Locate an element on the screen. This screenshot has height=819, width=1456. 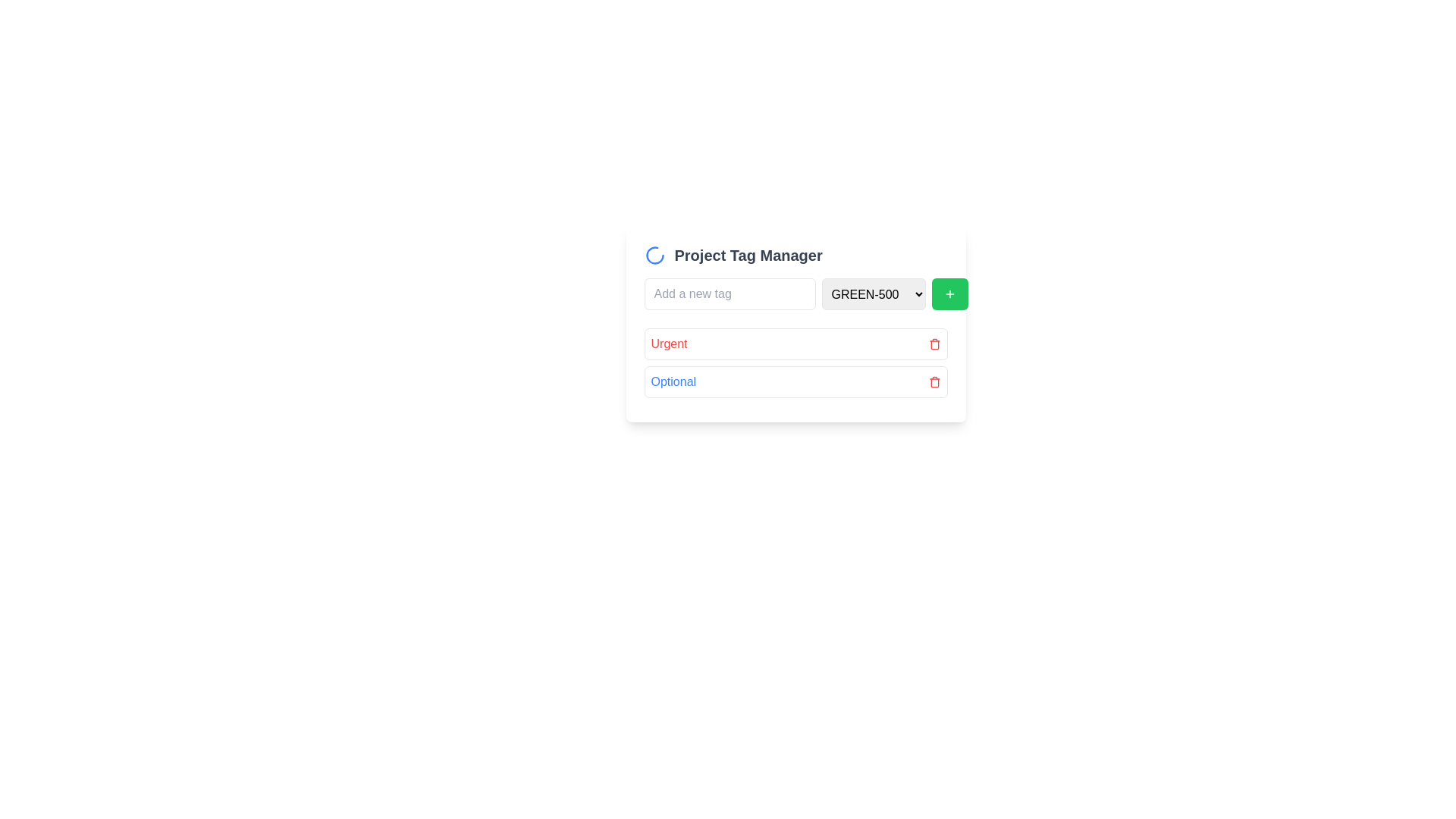
the text input field with the placeholder 'Add a new tag' to focus on it is located at coordinates (730, 294).